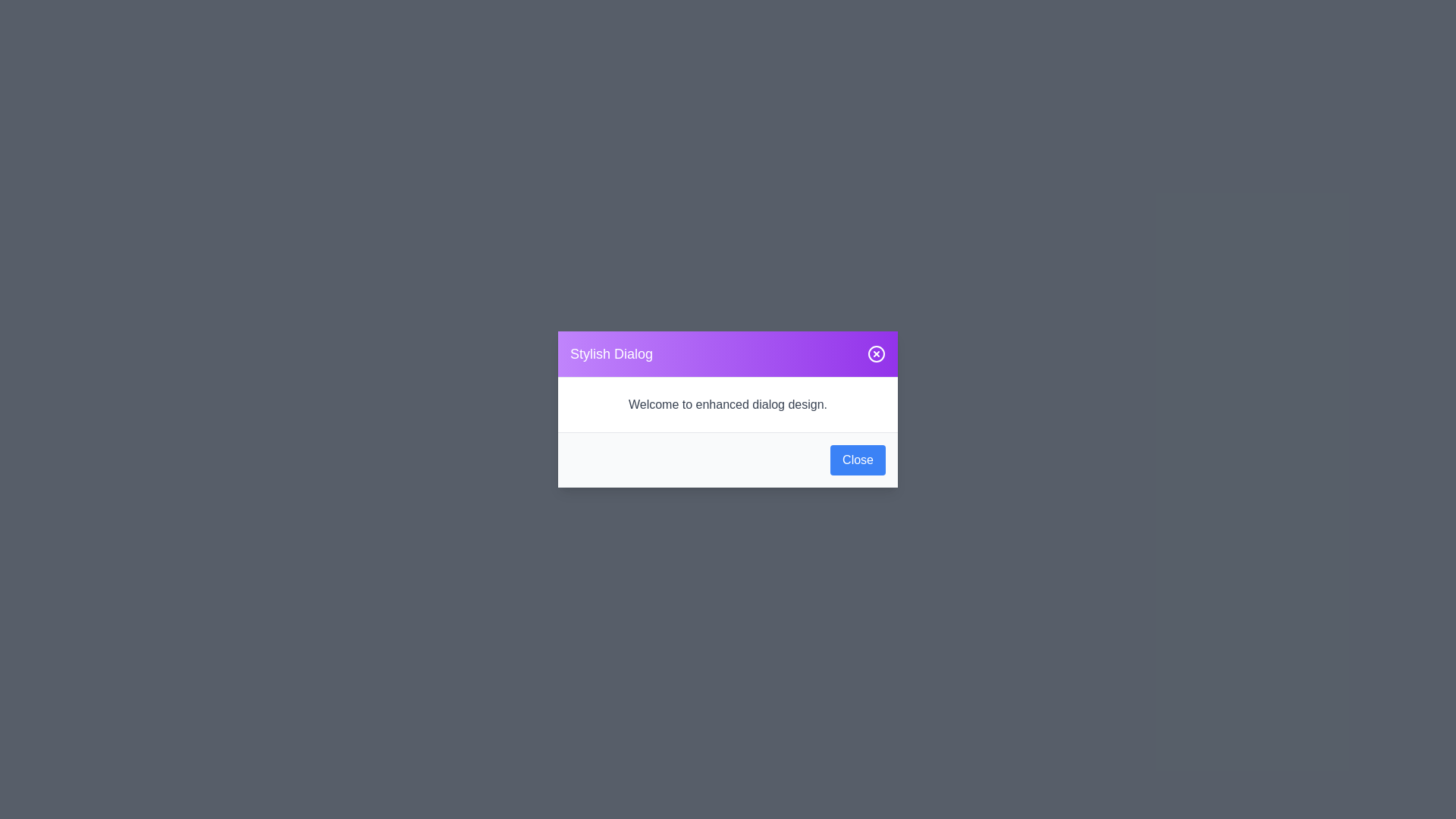  I want to click on the informational text label within the 'Stylish Dialog' modal, which is centered below the purple header and above the 'Close' button, so click(728, 403).